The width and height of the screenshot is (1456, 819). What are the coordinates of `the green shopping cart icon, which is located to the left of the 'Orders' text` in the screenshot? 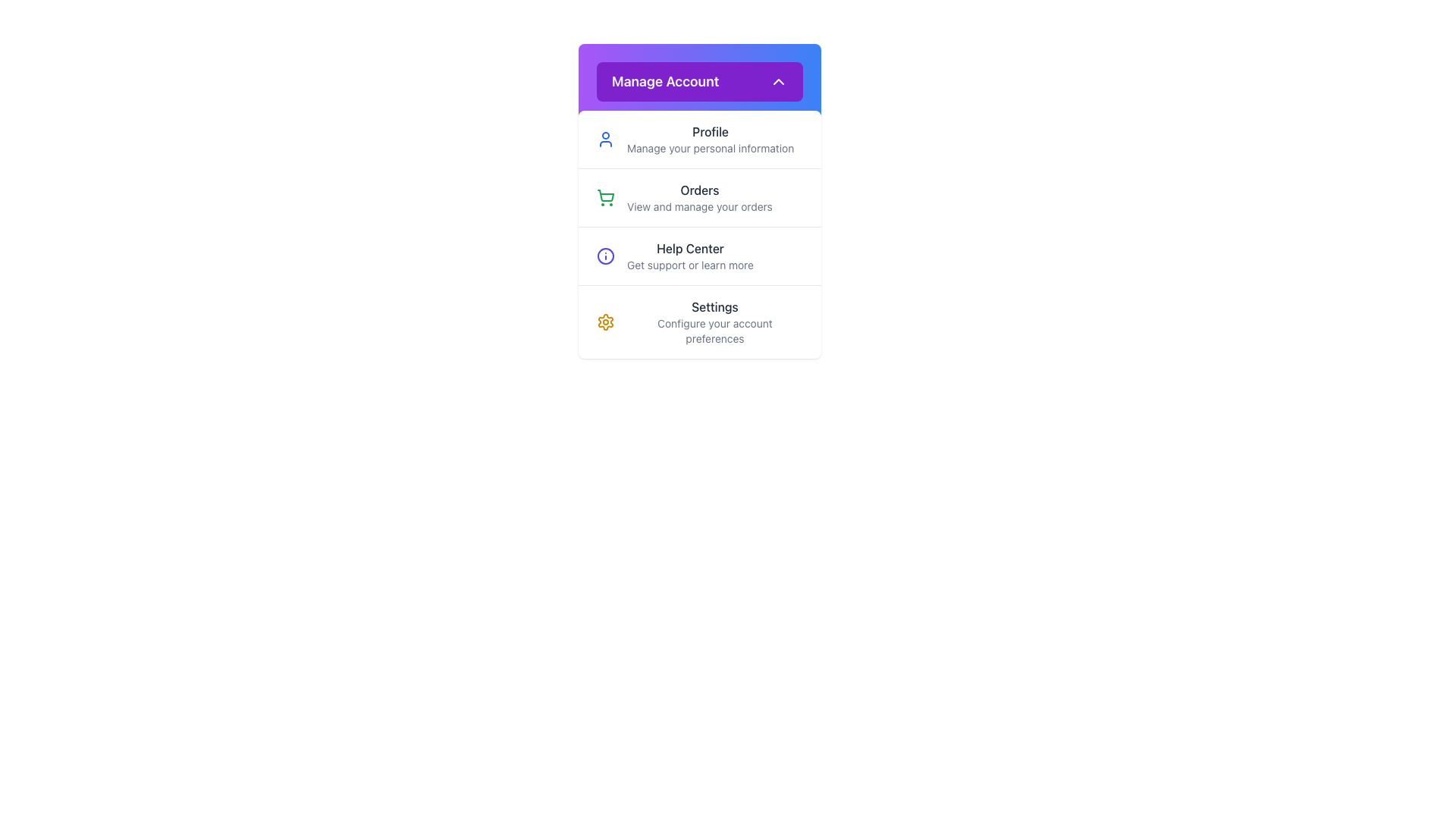 It's located at (604, 197).